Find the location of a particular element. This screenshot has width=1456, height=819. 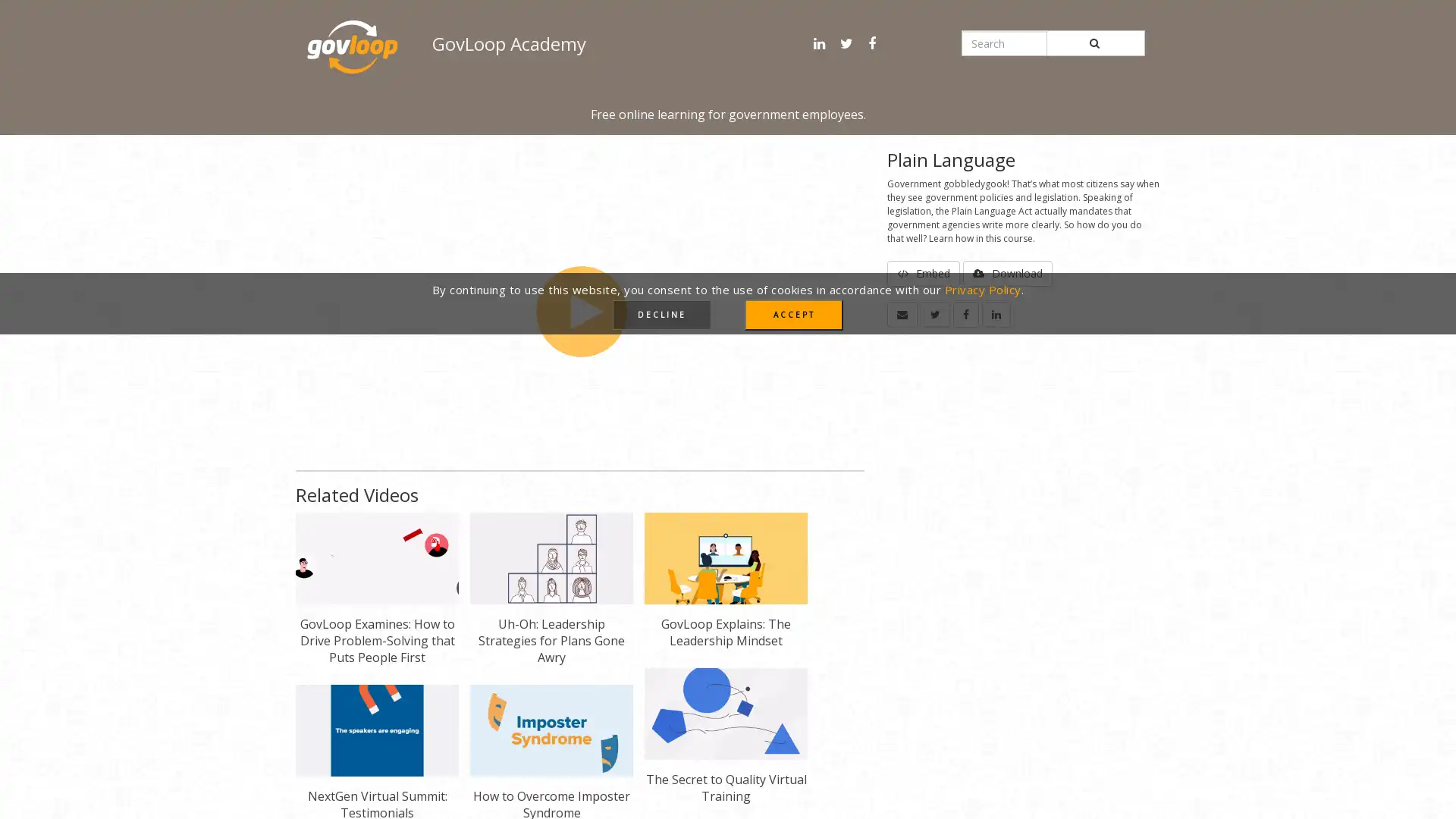

Download is located at coordinates (1008, 274).